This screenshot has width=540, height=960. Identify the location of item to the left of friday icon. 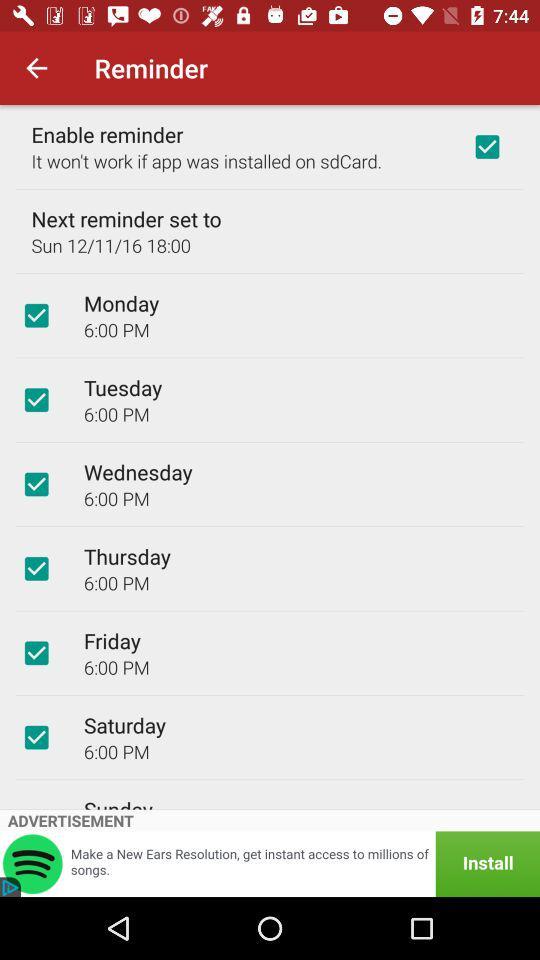
(36, 652).